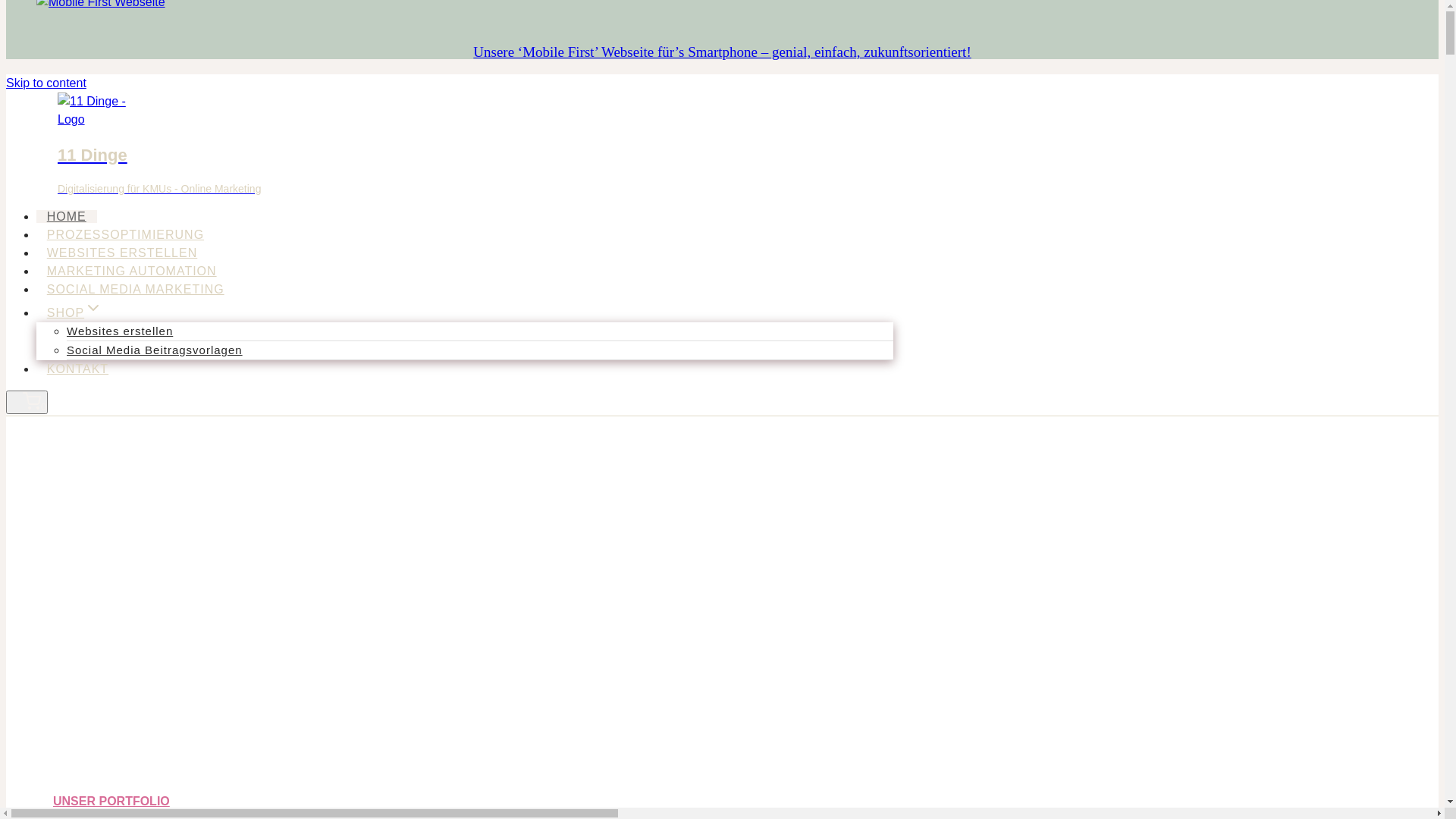 Image resolution: width=1456 pixels, height=819 pixels. I want to click on 'SHOPExpand', so click(74, 312).